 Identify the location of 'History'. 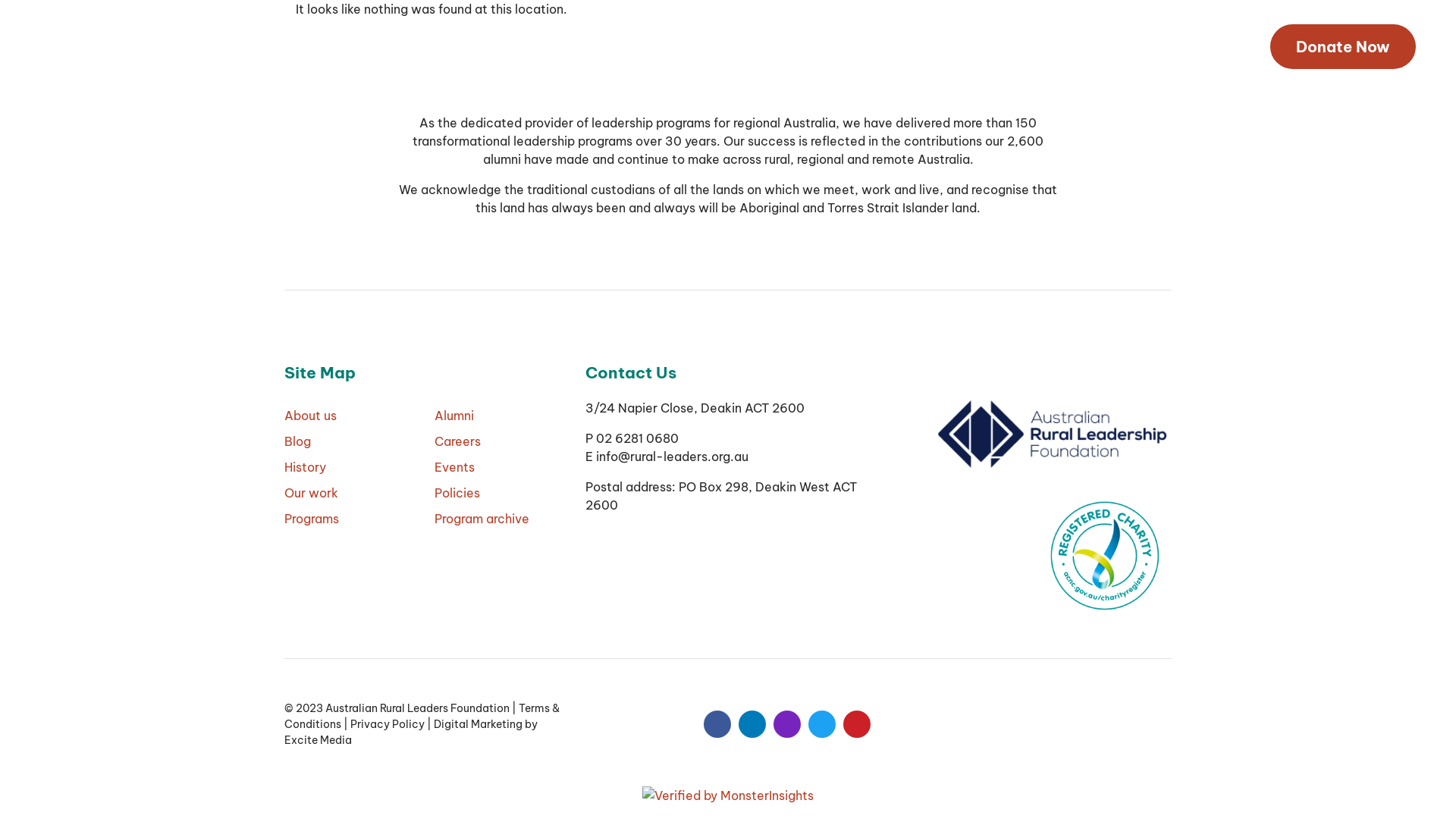
(351, 466).